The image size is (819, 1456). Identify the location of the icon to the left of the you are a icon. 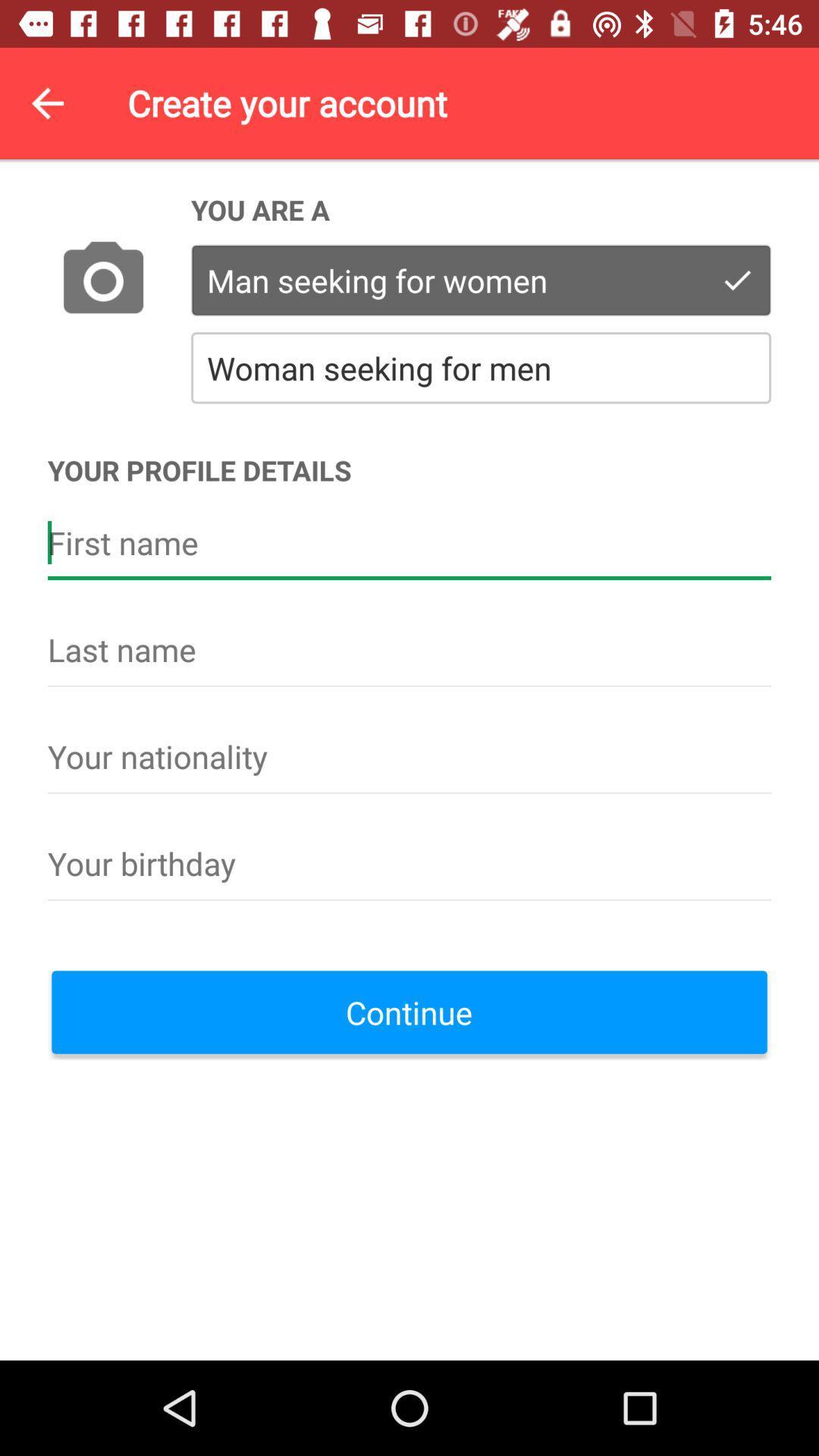
(102, 281).